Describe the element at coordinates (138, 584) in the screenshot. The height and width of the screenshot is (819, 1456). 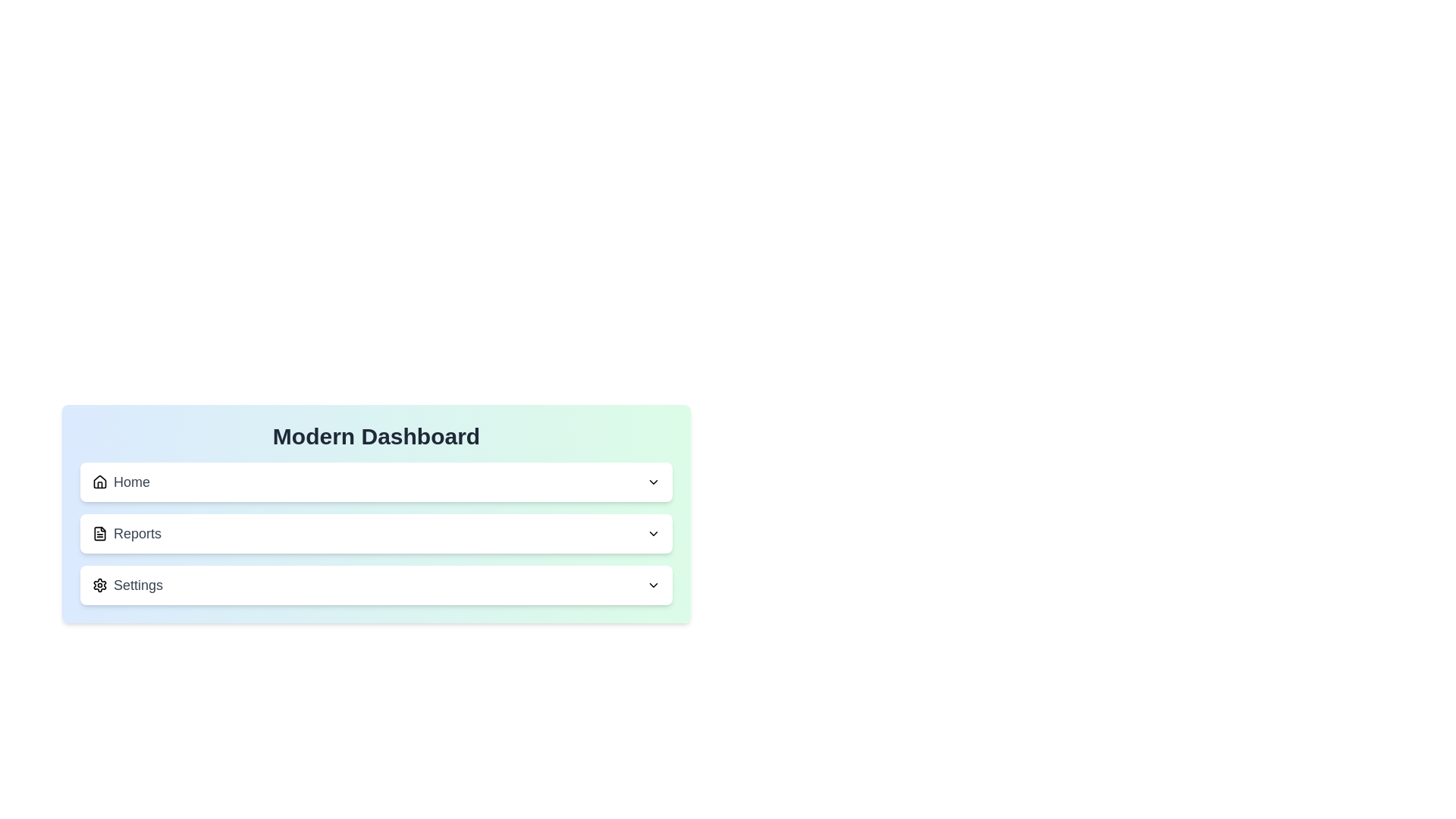
I see `the 'Settings' text label, which is styled with a medium-weight font and a large size, located to the right of a gear icon in the menu list` at that location.